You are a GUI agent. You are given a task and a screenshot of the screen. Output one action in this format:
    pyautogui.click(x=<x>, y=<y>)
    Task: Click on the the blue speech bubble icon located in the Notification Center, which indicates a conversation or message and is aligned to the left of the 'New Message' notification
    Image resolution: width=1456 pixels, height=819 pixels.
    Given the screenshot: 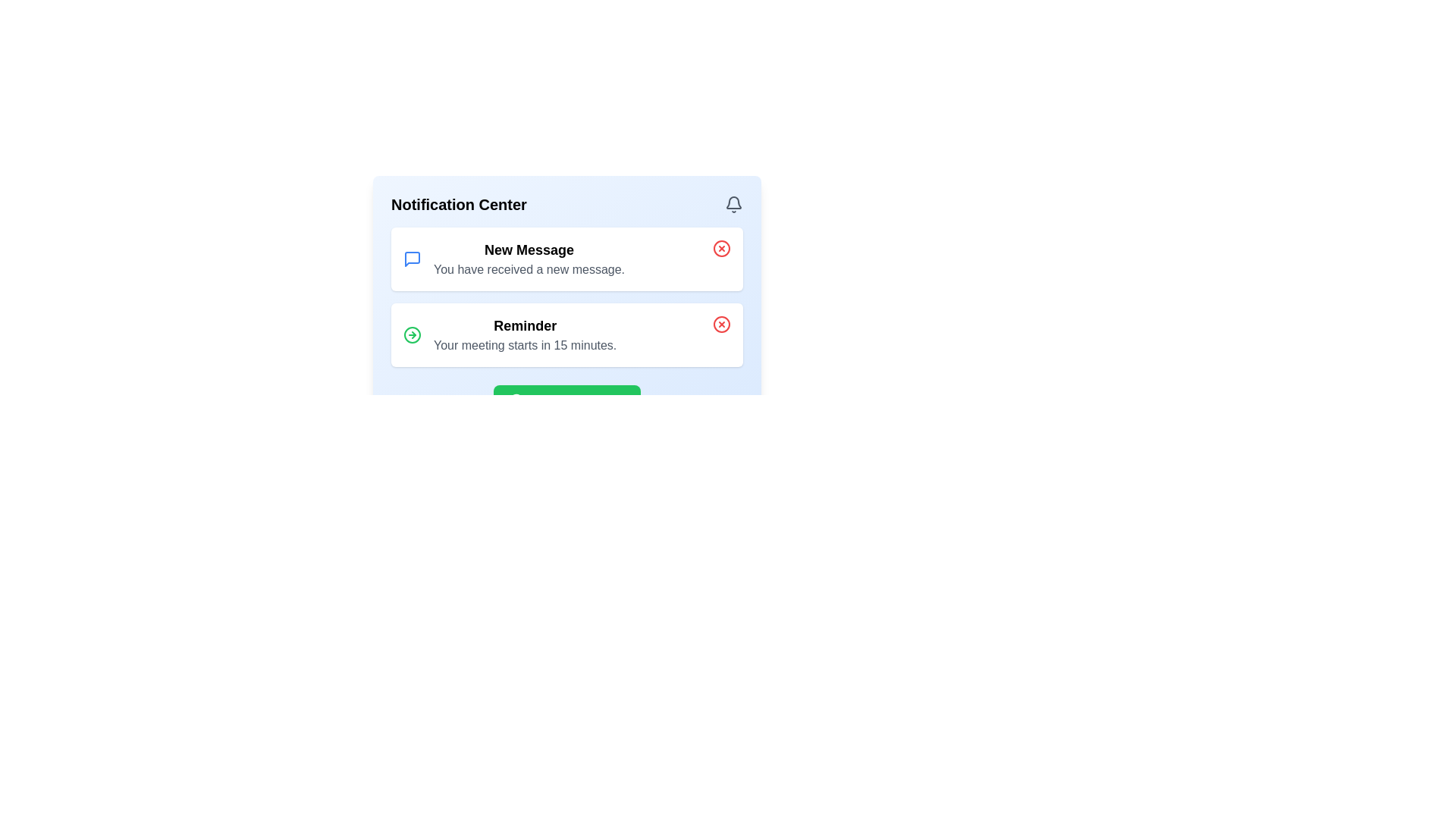 What is the action you would take?
    pyautogui.click(x=412, y=259)
    